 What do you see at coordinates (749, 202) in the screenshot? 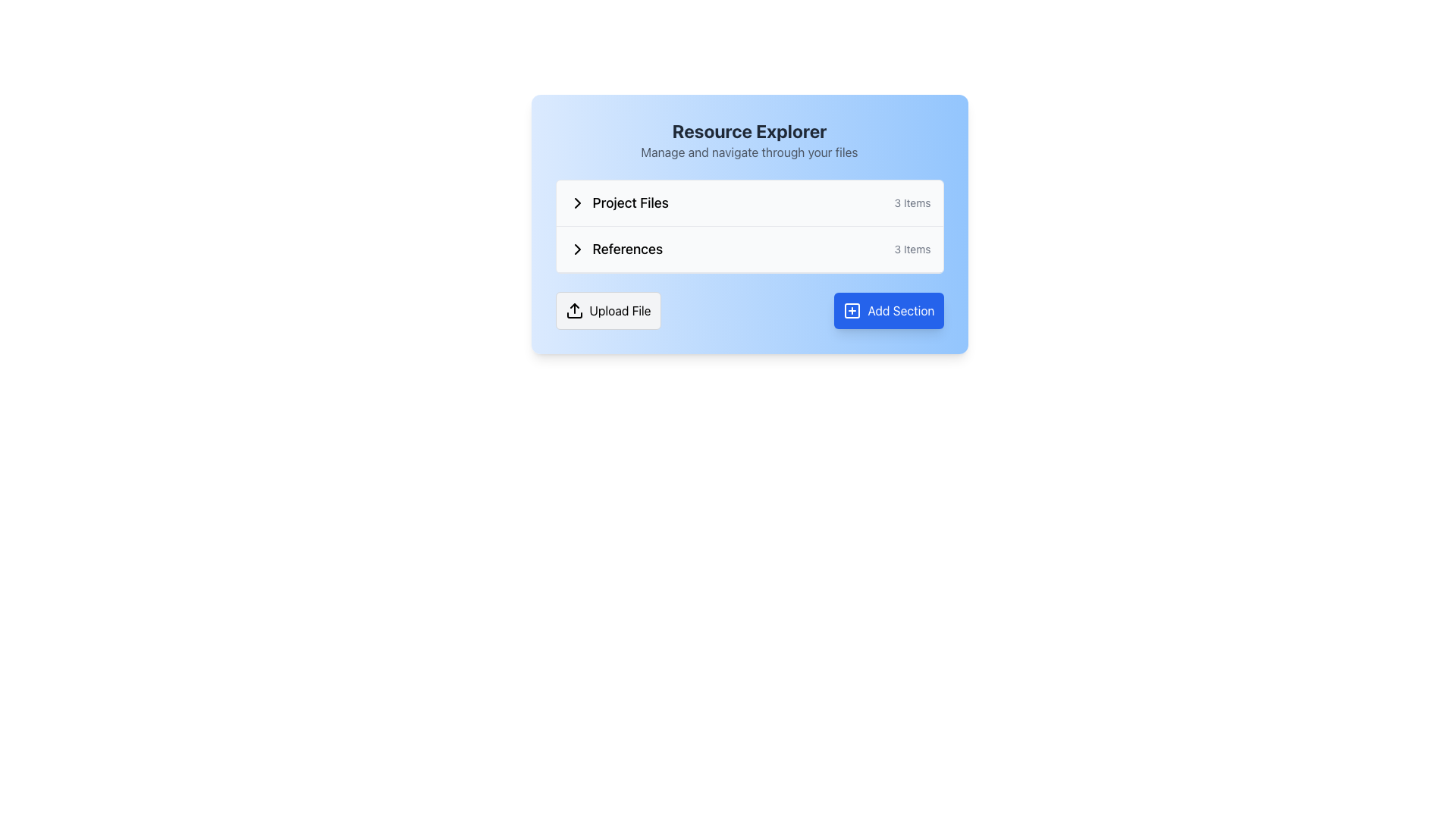
I see `the interactive menu item labeled 'Project Files'` at bounding box center [749, 202].